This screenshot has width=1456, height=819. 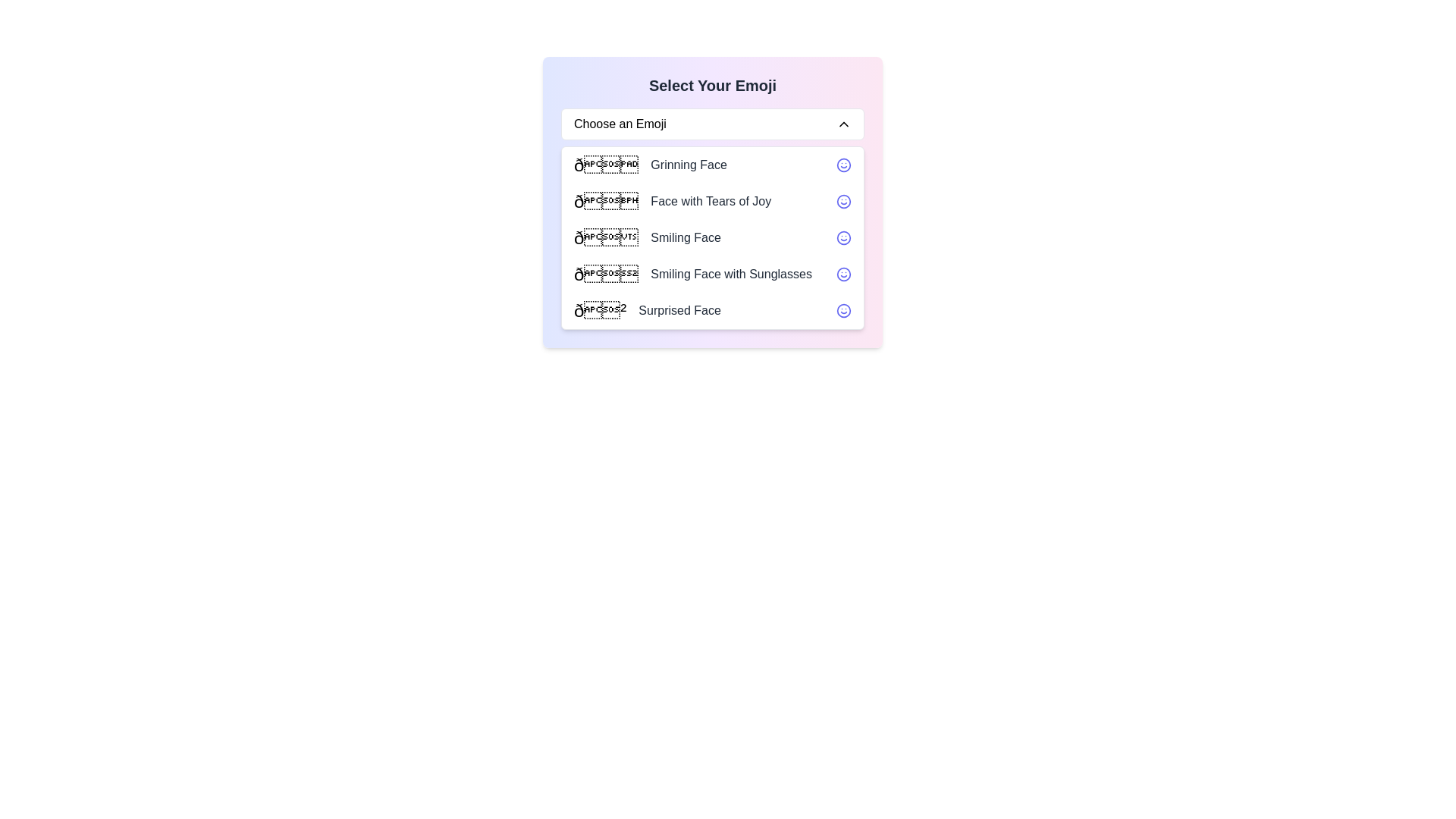 I want to click on the 'Surprised Face' option in the emoji selector dropdown, which is the fifth item in the list, so click(x=712, y=309).